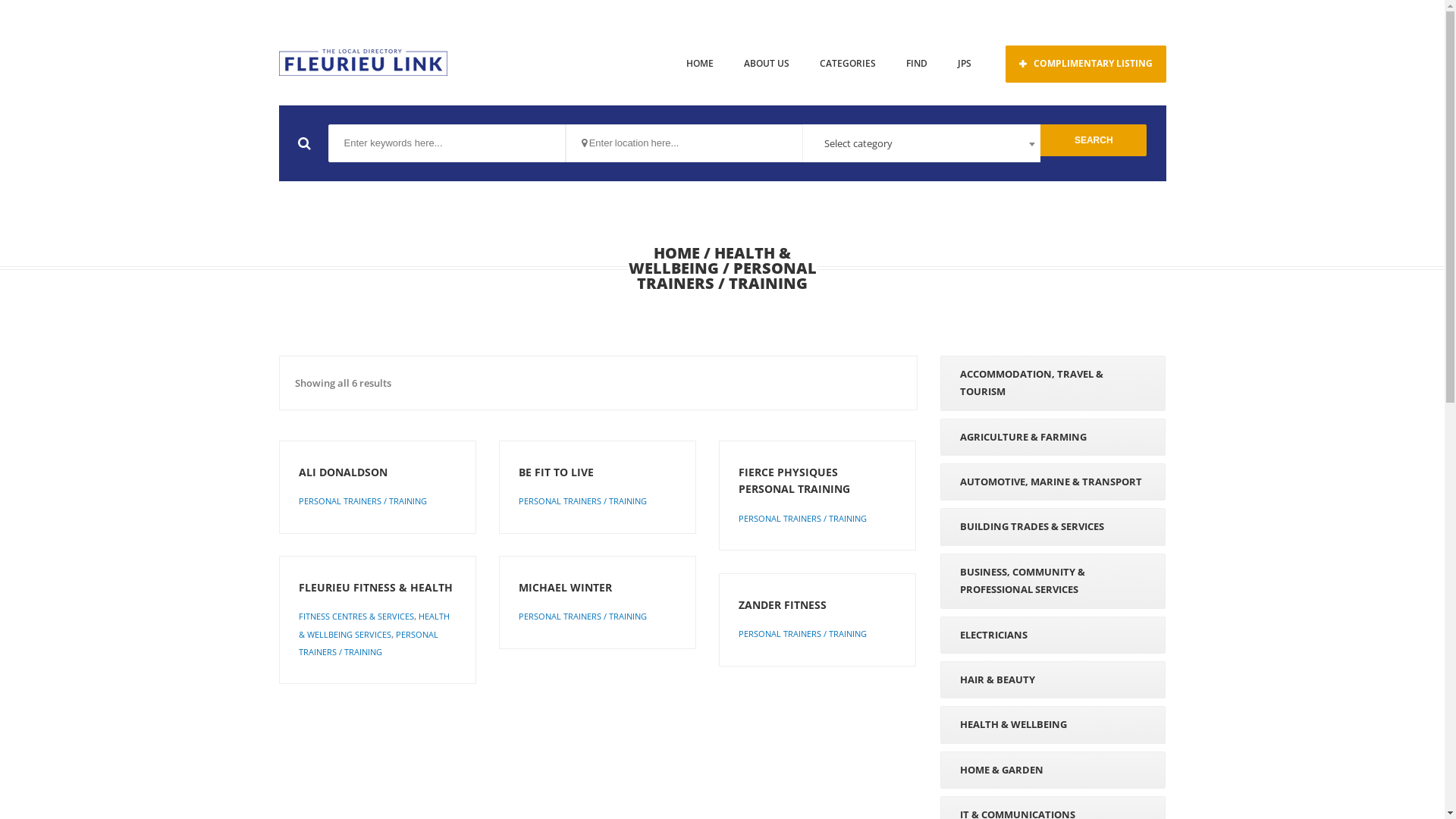 The width and height of the screenshot is (1456, 819). Describe the element at coordinates (1052, 679) in the screenshot. I see `'HAIR & BEAUTY'` at that location.